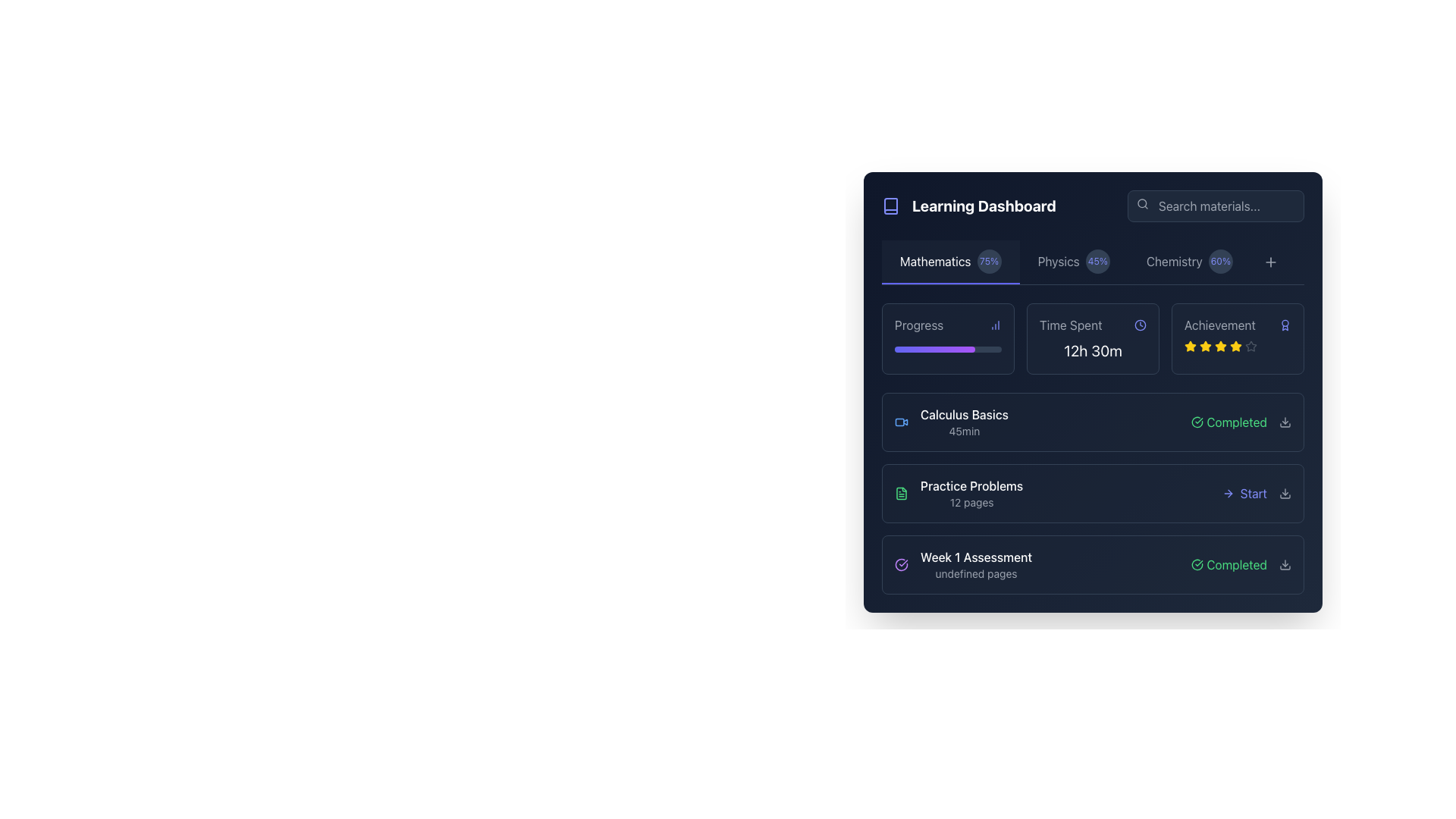 The height and width of the screenshot is (819, 1456). I want to click on the 'Mathematics' label with progress indicator displaying '75%', so click(949, 260).